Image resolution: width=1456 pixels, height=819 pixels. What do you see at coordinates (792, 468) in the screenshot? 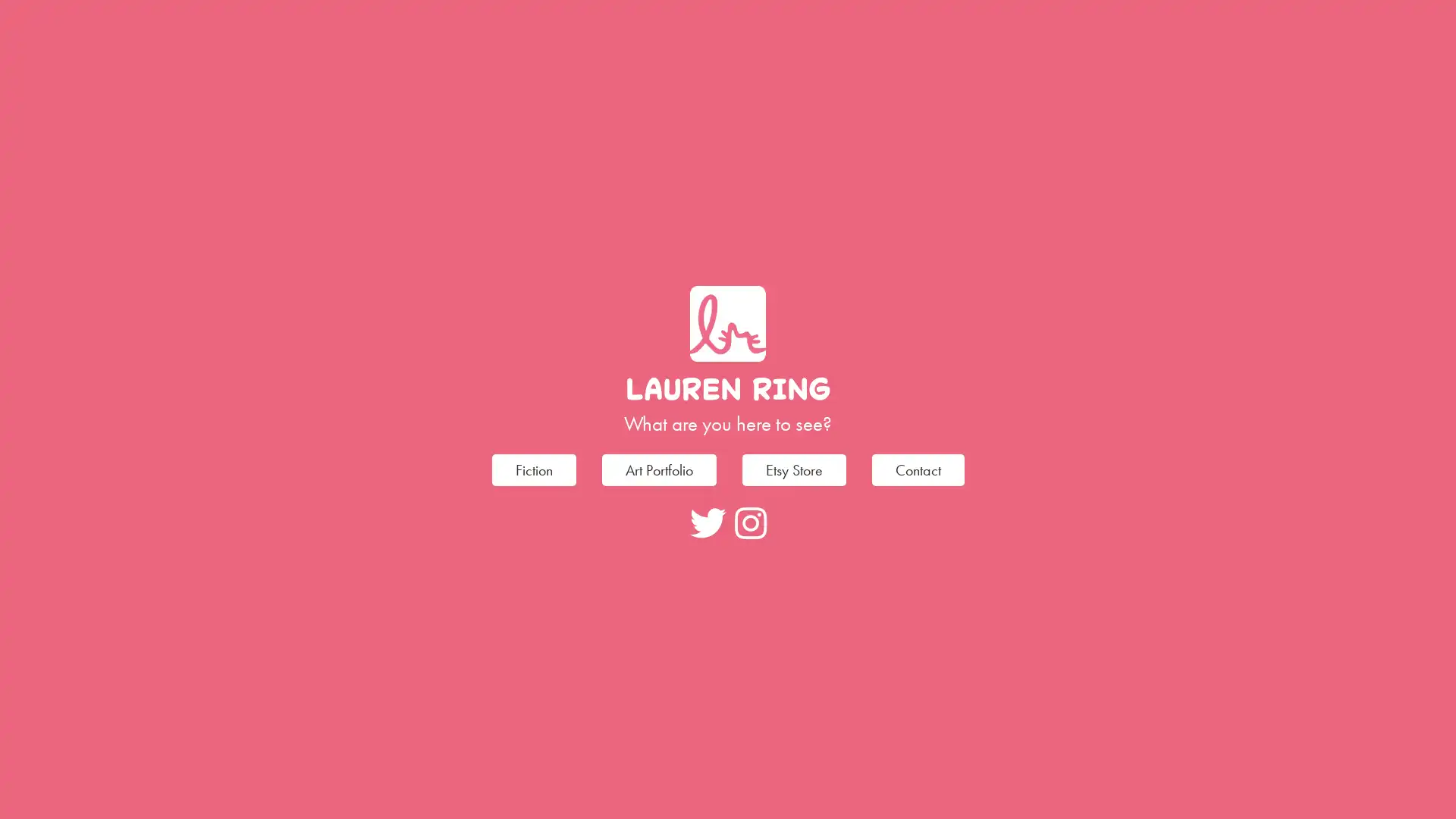
I see `Etsy Store` at bounding box center [792, 468].